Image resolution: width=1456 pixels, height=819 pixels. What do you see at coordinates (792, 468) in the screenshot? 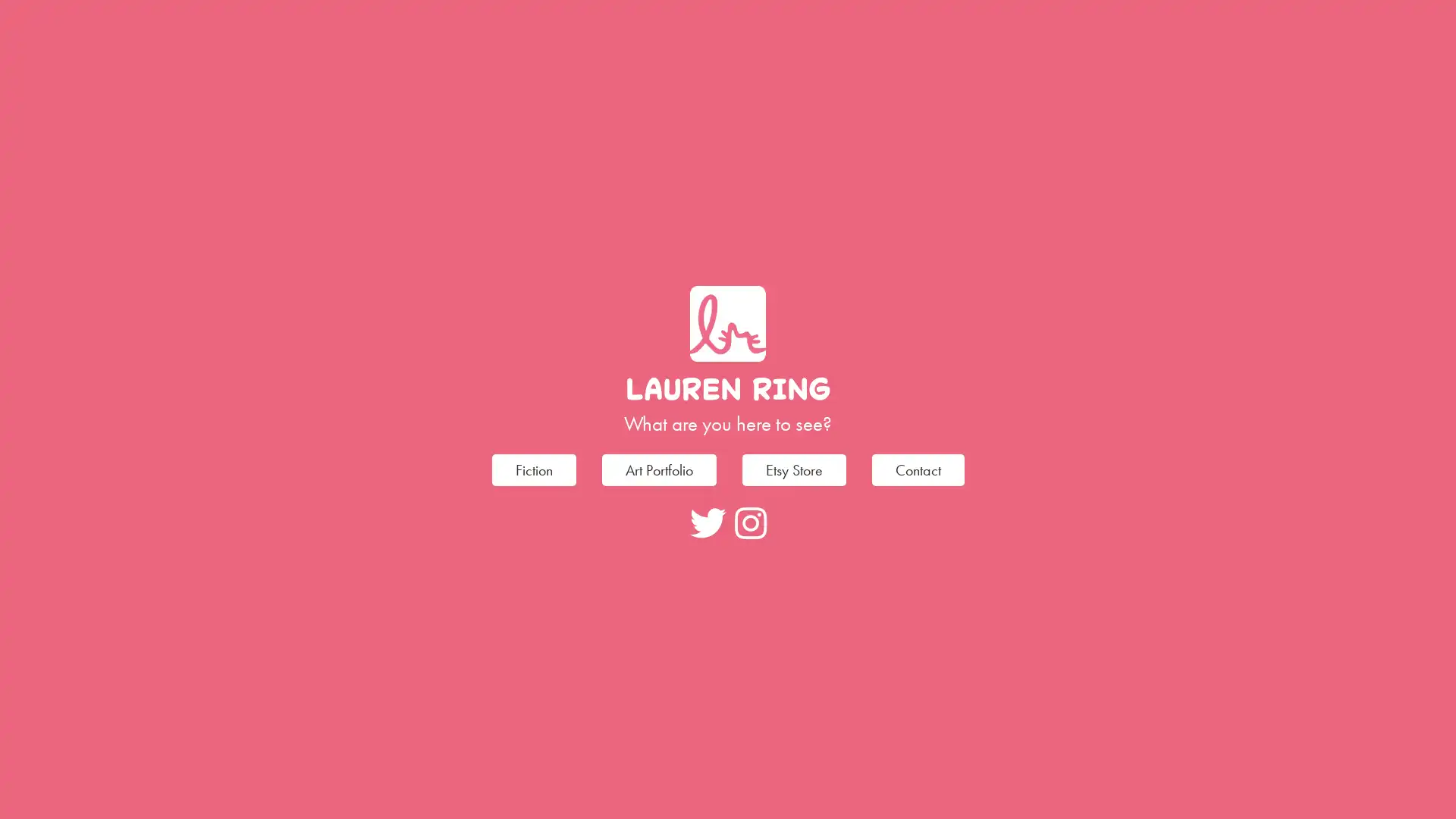
I see `Etsy Store` at bounding box center [792, 468].